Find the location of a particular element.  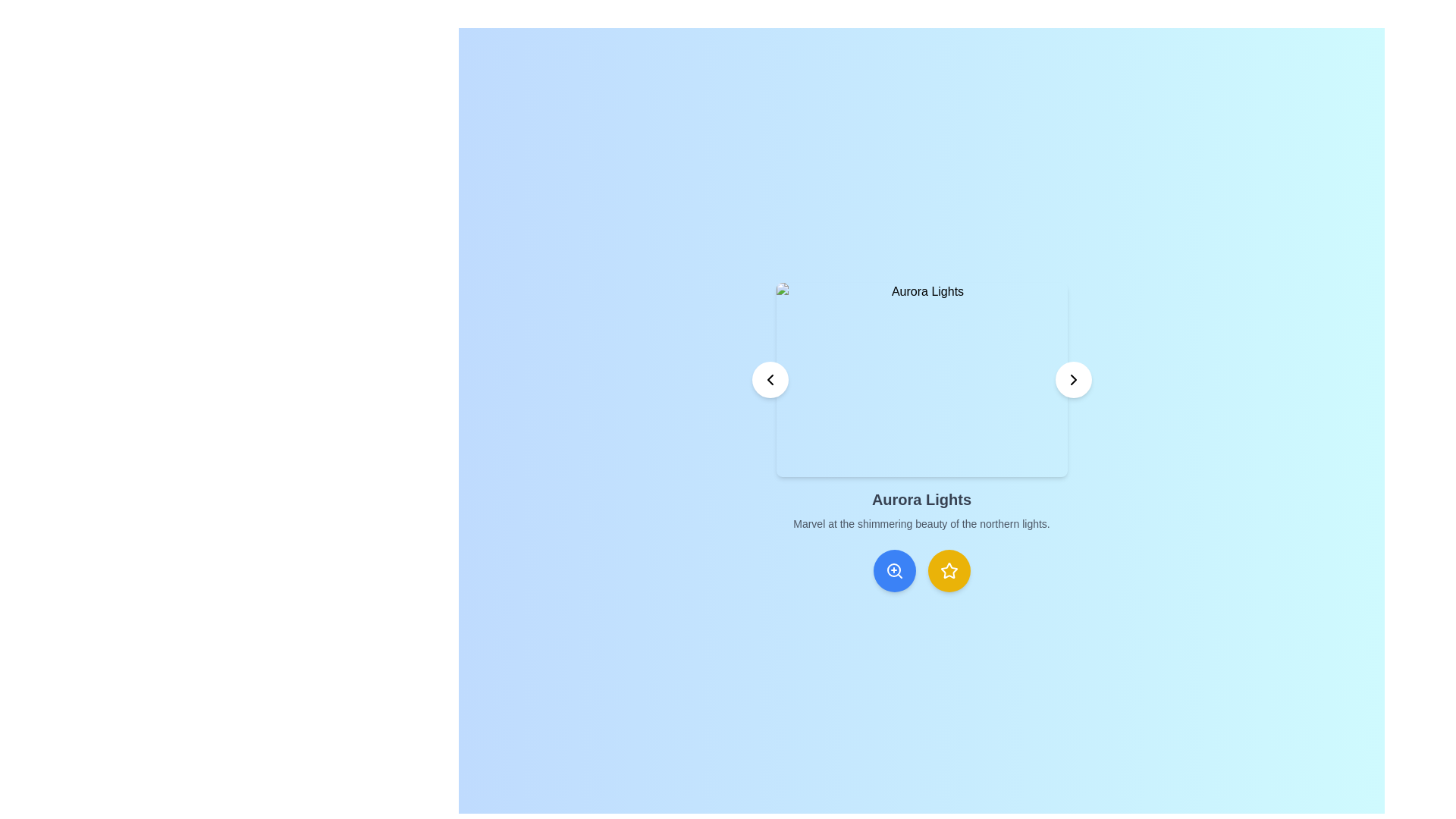

the circular button with a blue background and white magnifying glass icon is located at coordinates (894, 570).